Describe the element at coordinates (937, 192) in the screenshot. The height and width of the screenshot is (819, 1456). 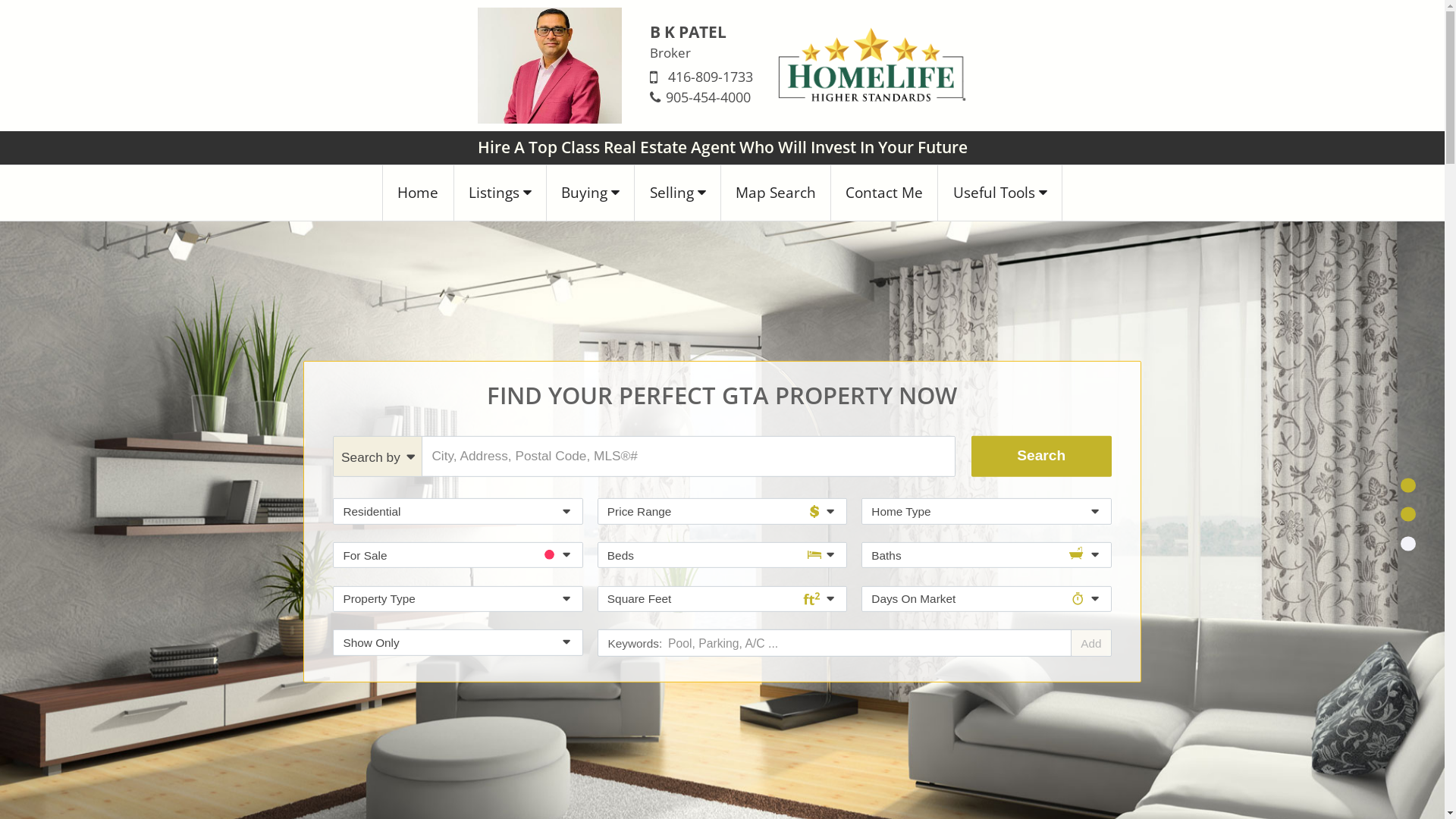
I see `'Useful Tools'` at that location.